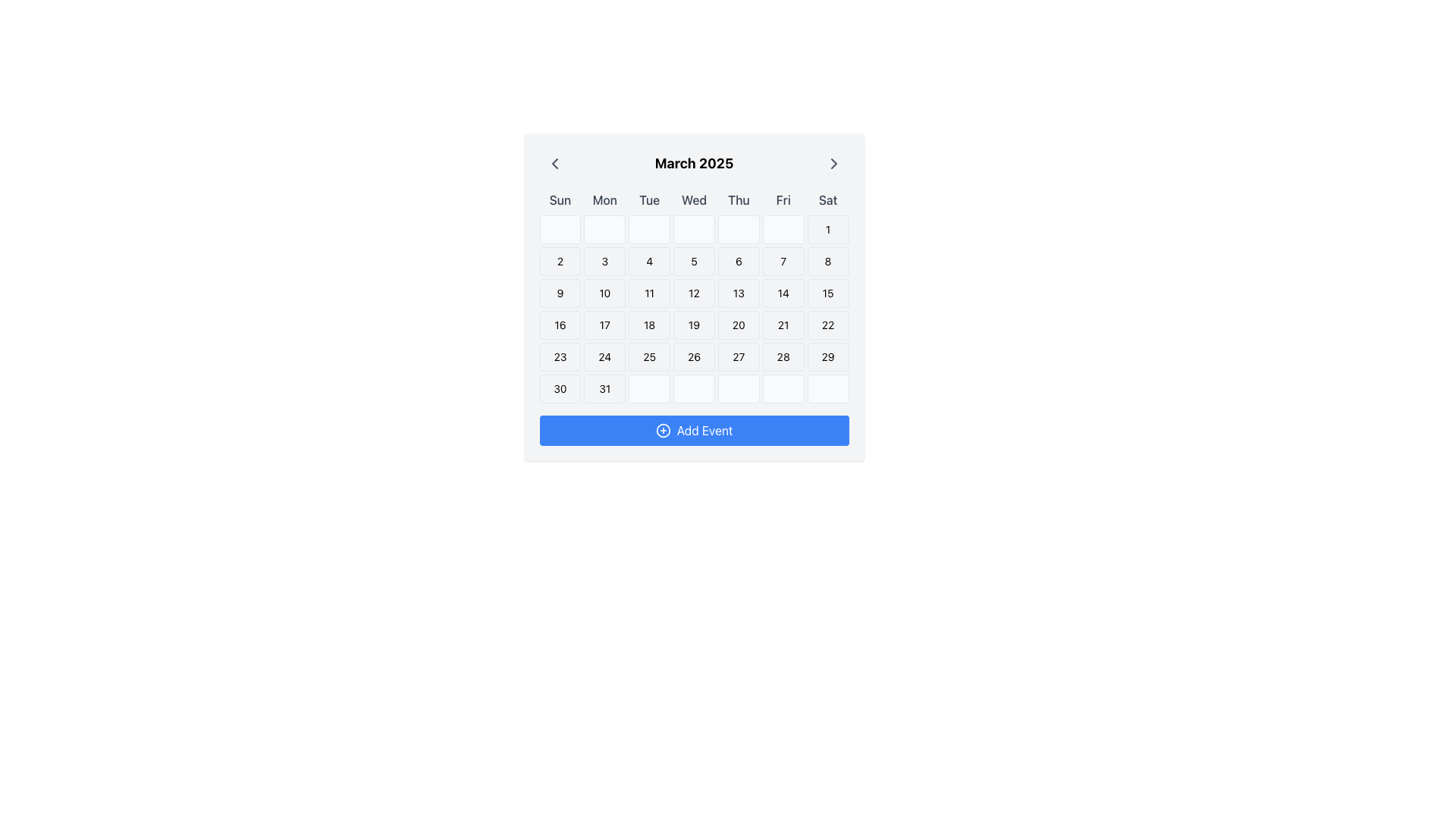  What do you see at coordinates (783, 388) in the screenshot?
I see `the sixth cell in the sixth row of the calendar grid` at bounding box center [783, 388].